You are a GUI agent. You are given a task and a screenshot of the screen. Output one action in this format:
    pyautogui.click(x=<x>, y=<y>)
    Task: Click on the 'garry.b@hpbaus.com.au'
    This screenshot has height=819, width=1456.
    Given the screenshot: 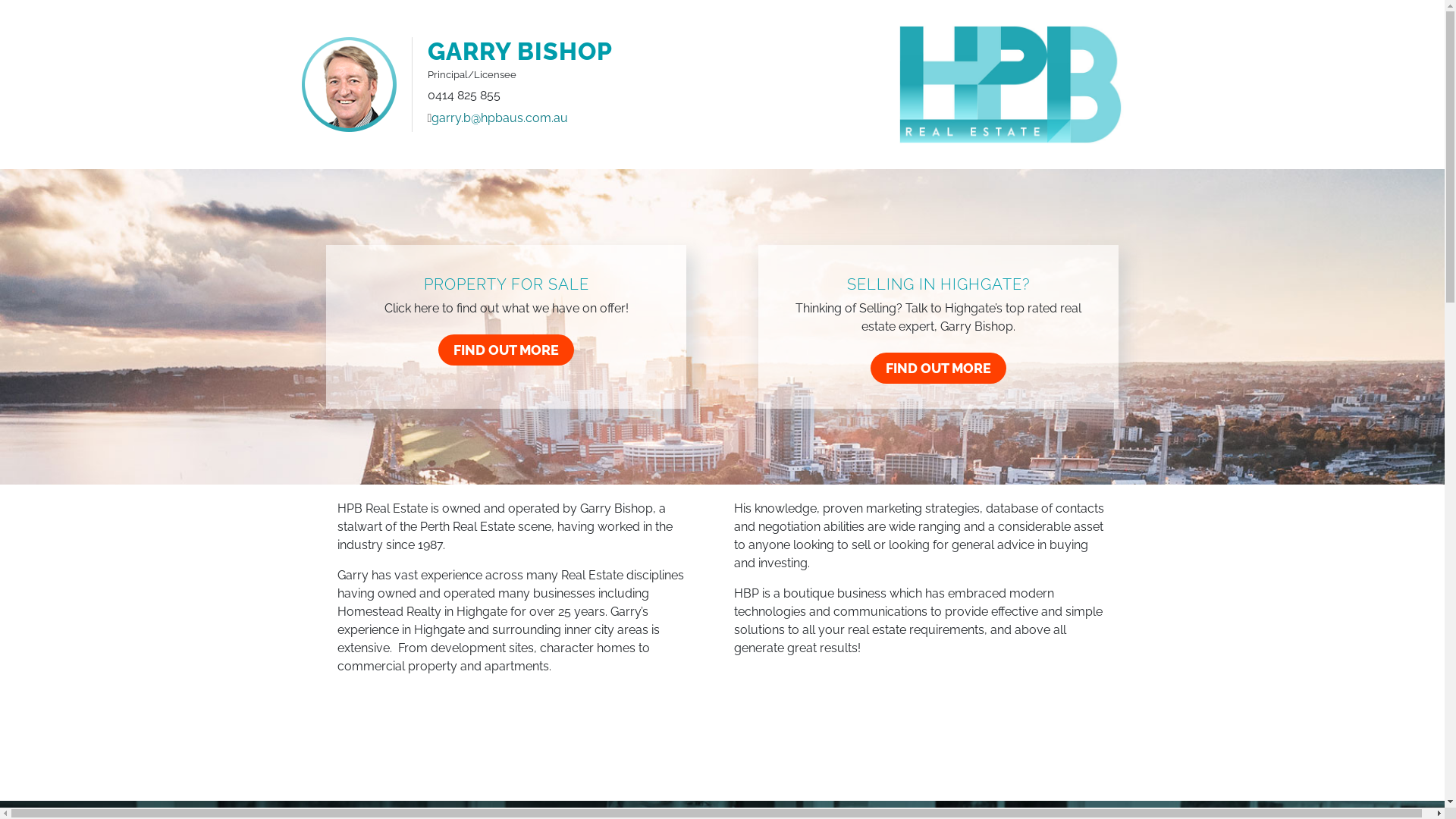 What is the action you would take?
    pyautogui.click(x=499, y=117)
    